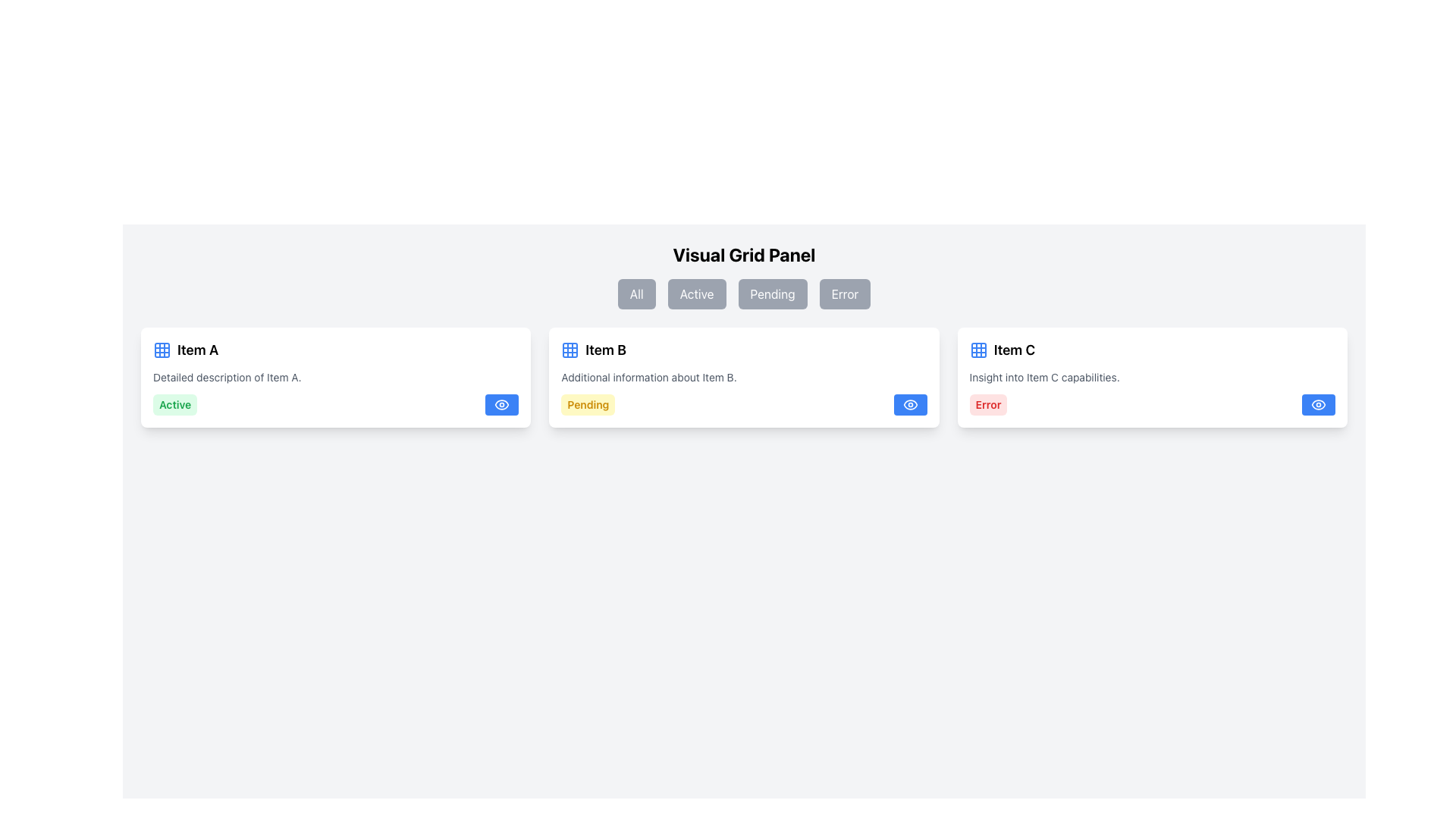 This screenshot has height=819, width=1456. Describe the element at coordinates (175, 403) in the screenshot. I see `text displayed on the 'Active' badge, which is styled in bold green font on a light green background, located in the footer section of the card labeled 'Item A'` at that location.